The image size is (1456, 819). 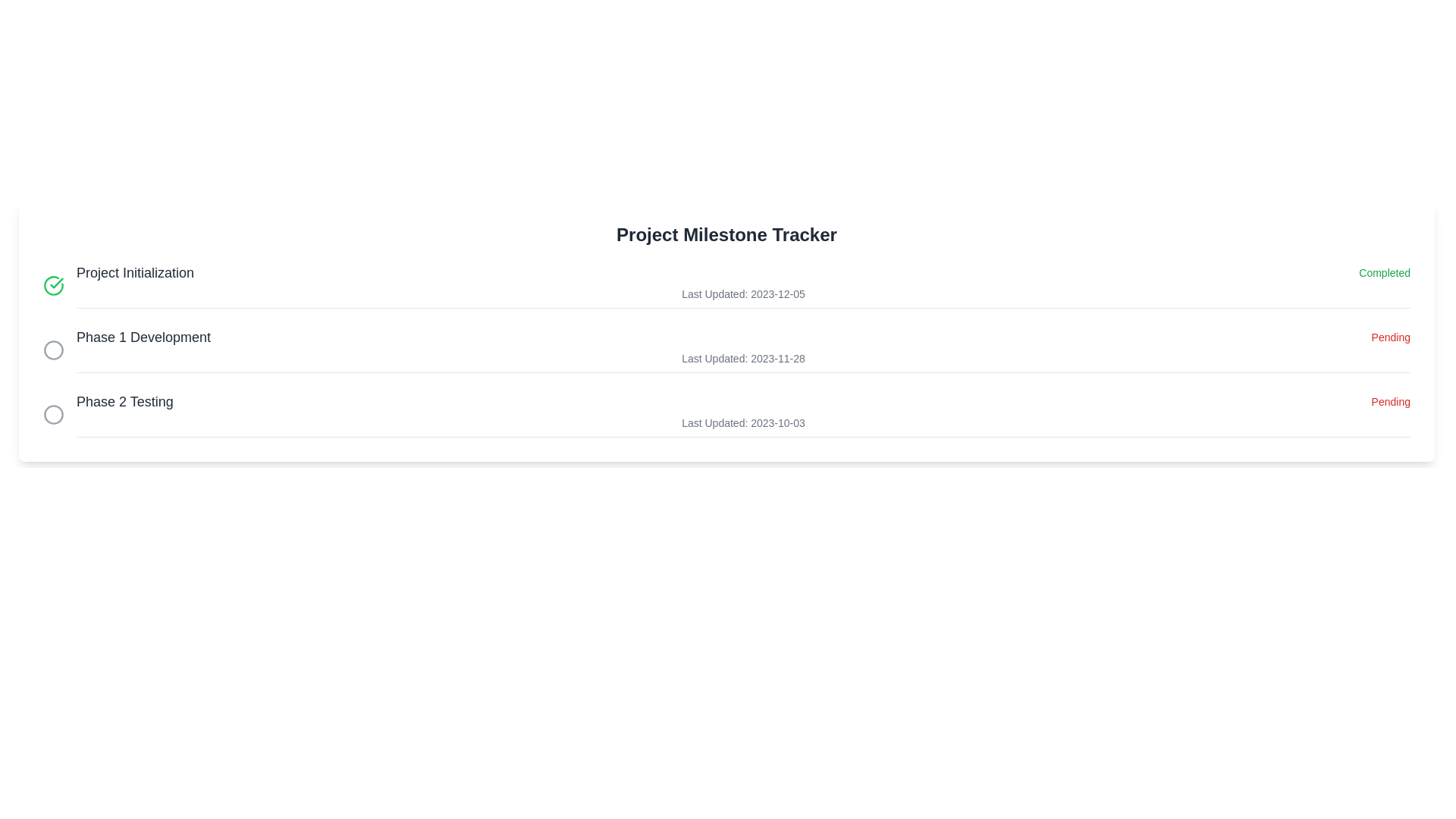 I want to click on the circular grayscale icon located to the left of the 'Phase 1 Development' text in the second row of the vertically stacked list, so click(x=54, y=350).